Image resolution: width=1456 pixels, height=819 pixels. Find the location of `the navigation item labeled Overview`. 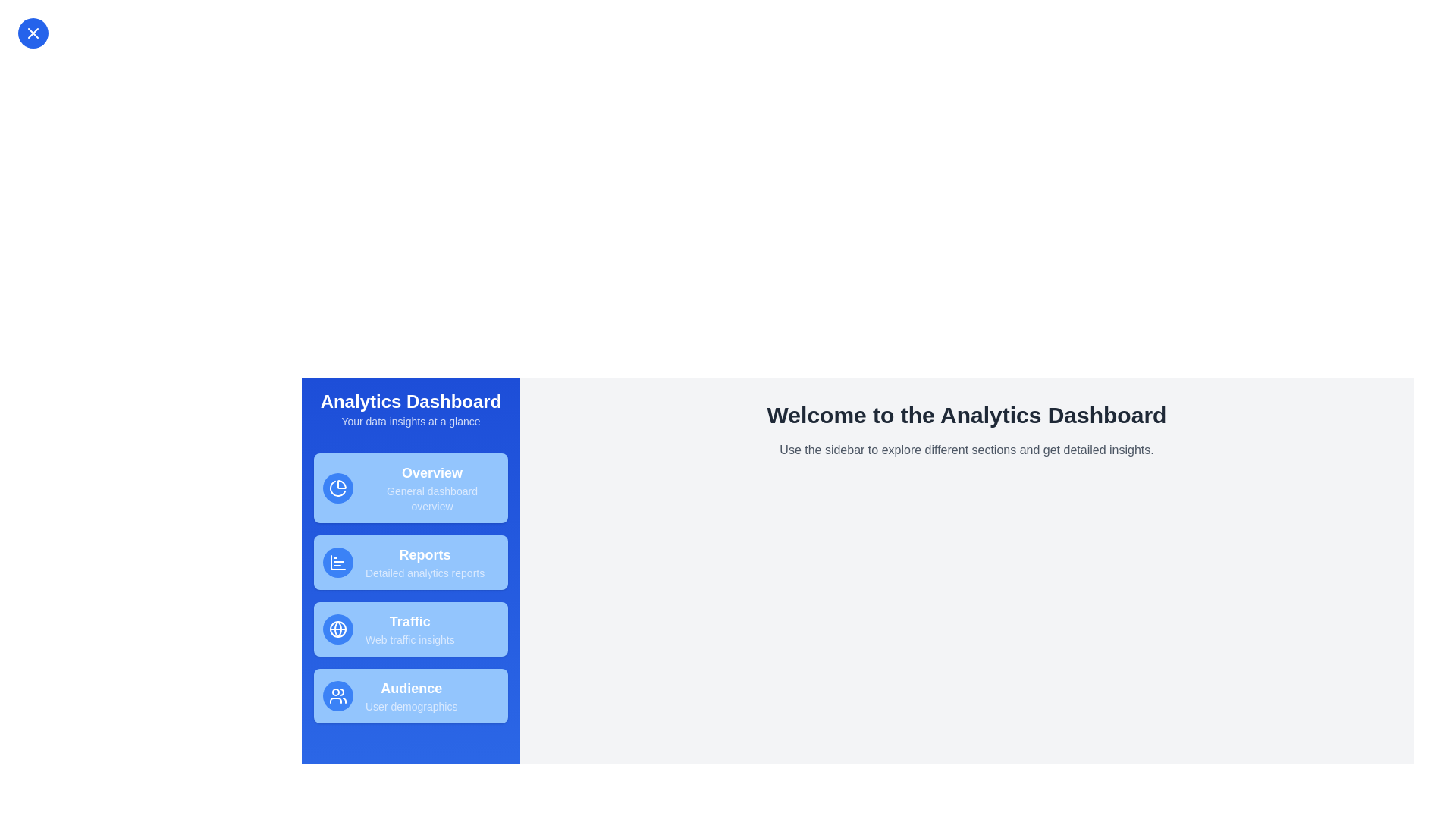

the navigation item labeled Overview is located at coordinates (411, 488).